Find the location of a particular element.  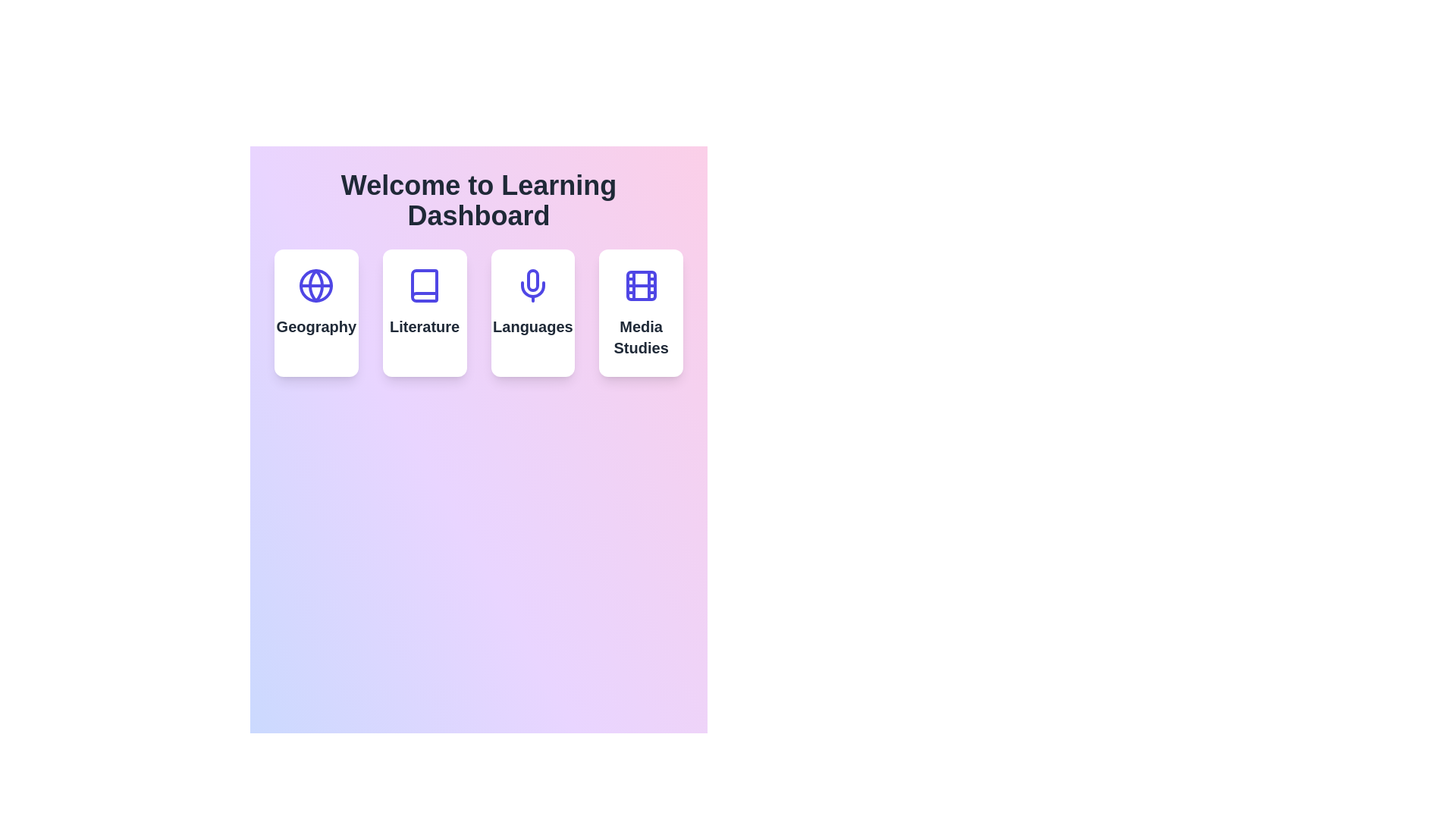

the small white decorative SVG rectangle with rounded corners, centered within the film strip icon on the 'Media Studies' card in the fourth column of the dashboard interface is located at coordinates (641, 286).